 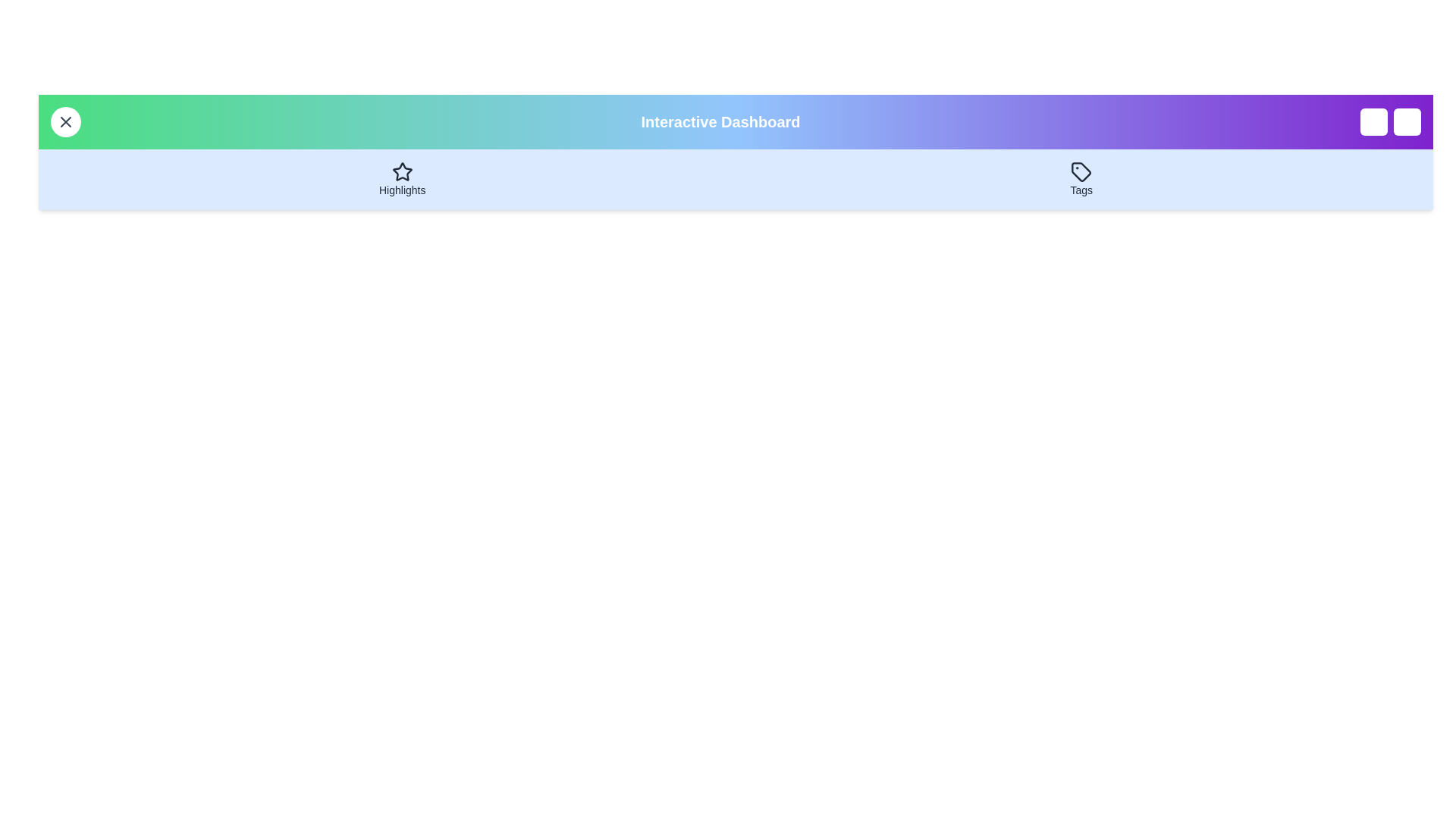 What do you see at coordinates (64, 121) in the screenshot?
I see `the menu toggle button to toggle the menu visibility` at bounding box center [64, 121].